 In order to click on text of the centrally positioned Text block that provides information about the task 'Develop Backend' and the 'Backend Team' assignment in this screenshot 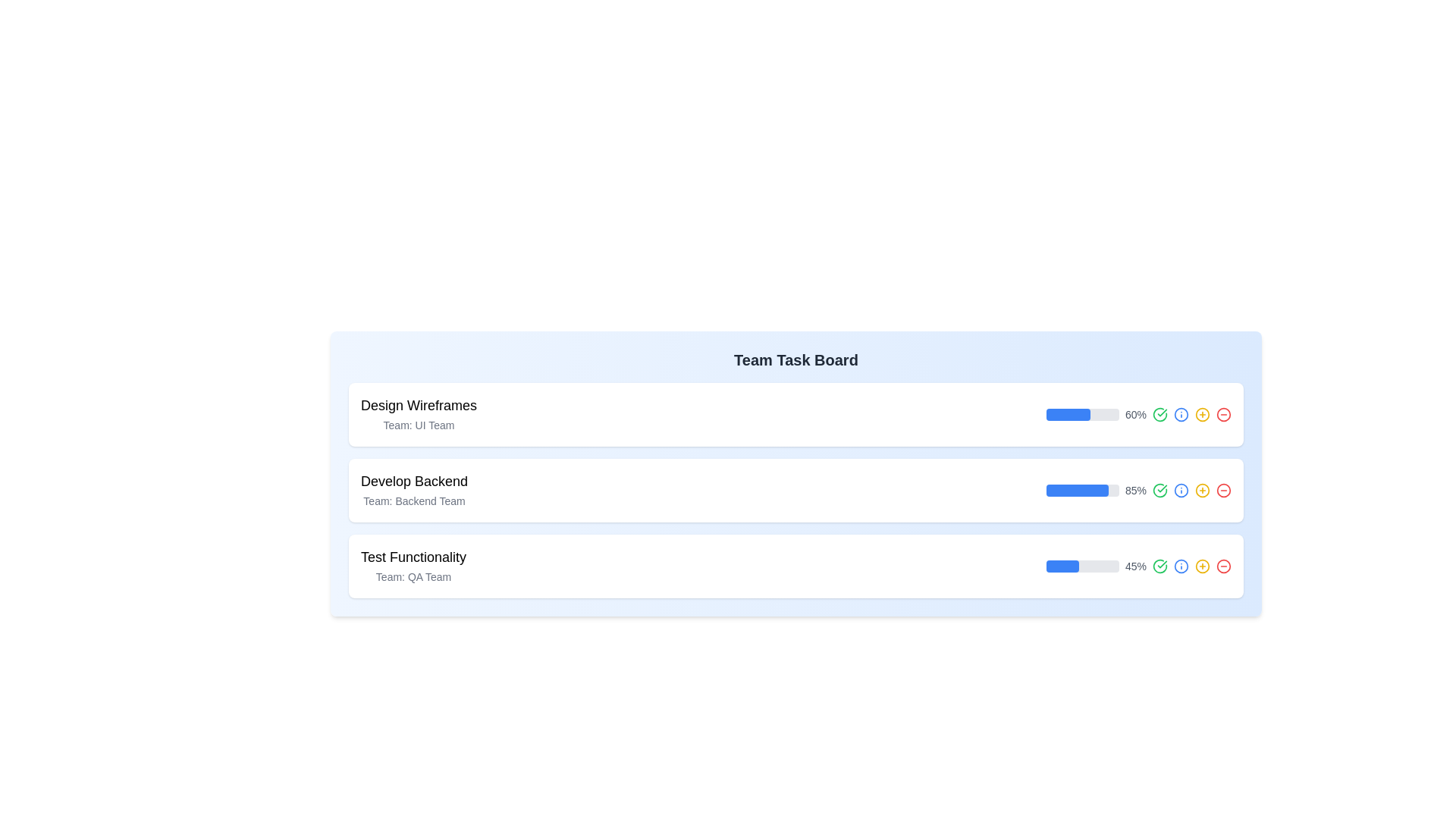, I will do `click(414, 491)`.